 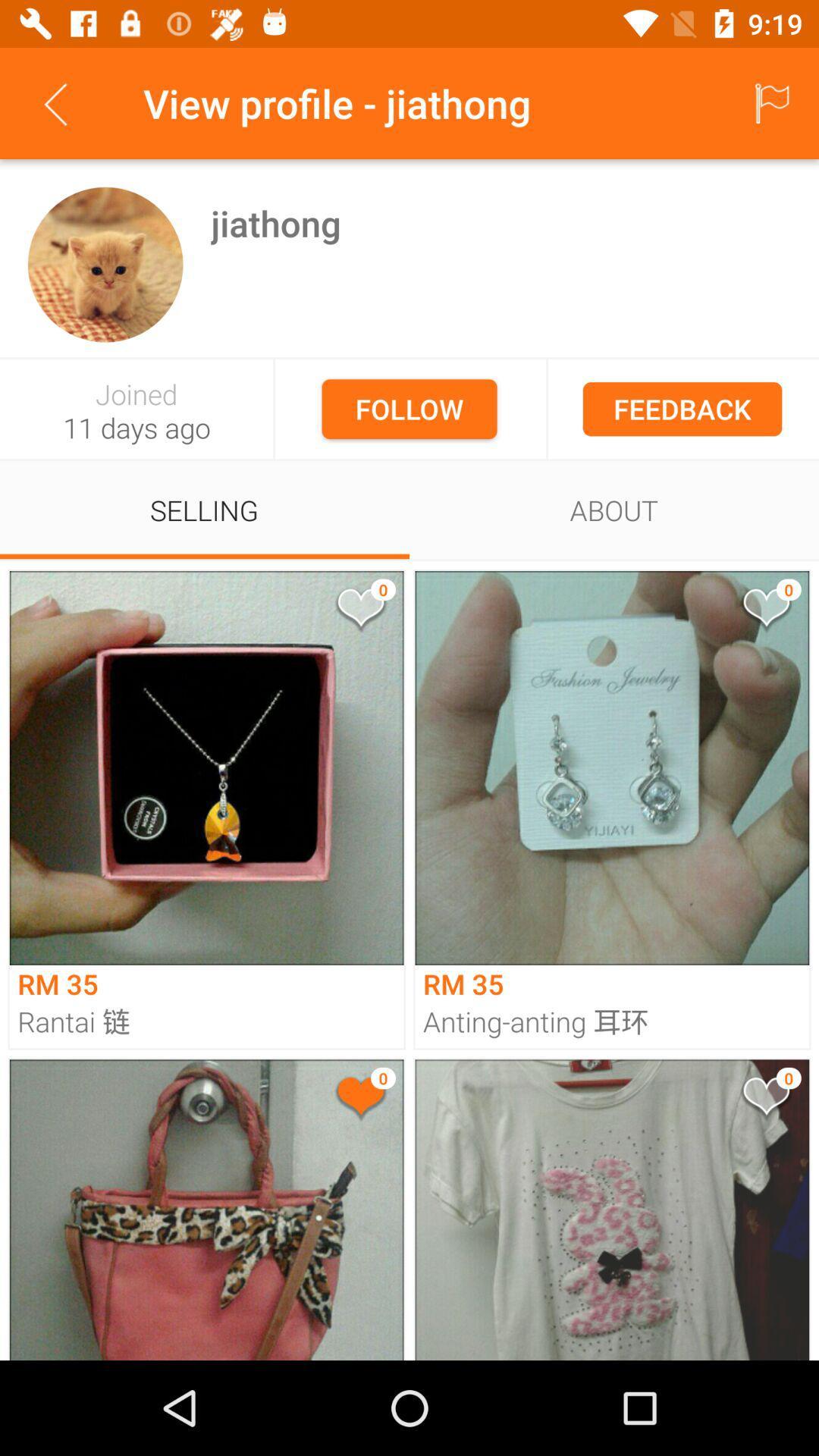 I want to click on a product for later, so click(x=765, y=1099).